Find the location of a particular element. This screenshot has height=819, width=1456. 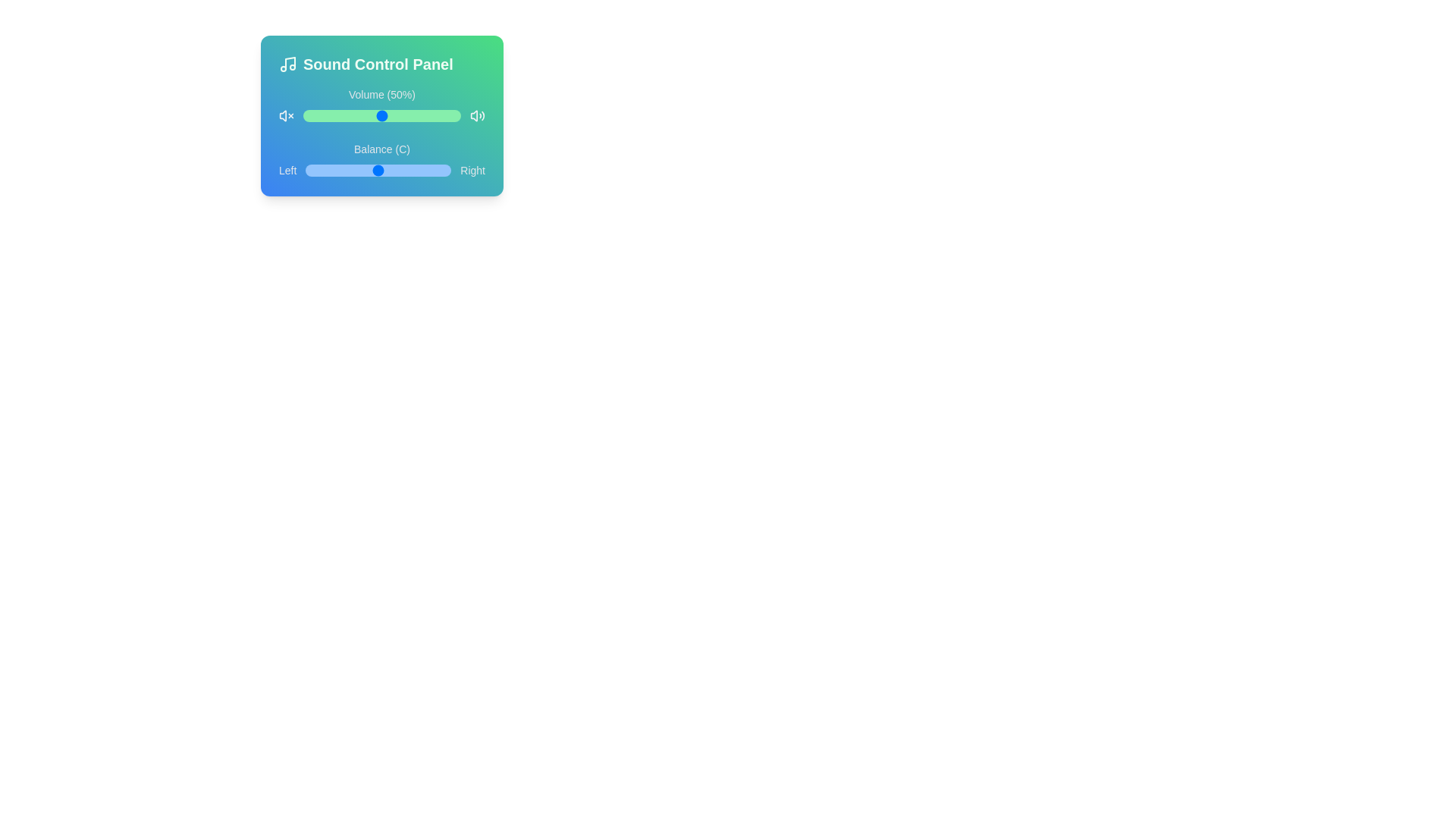

balance is located at coordinates (359, 170).